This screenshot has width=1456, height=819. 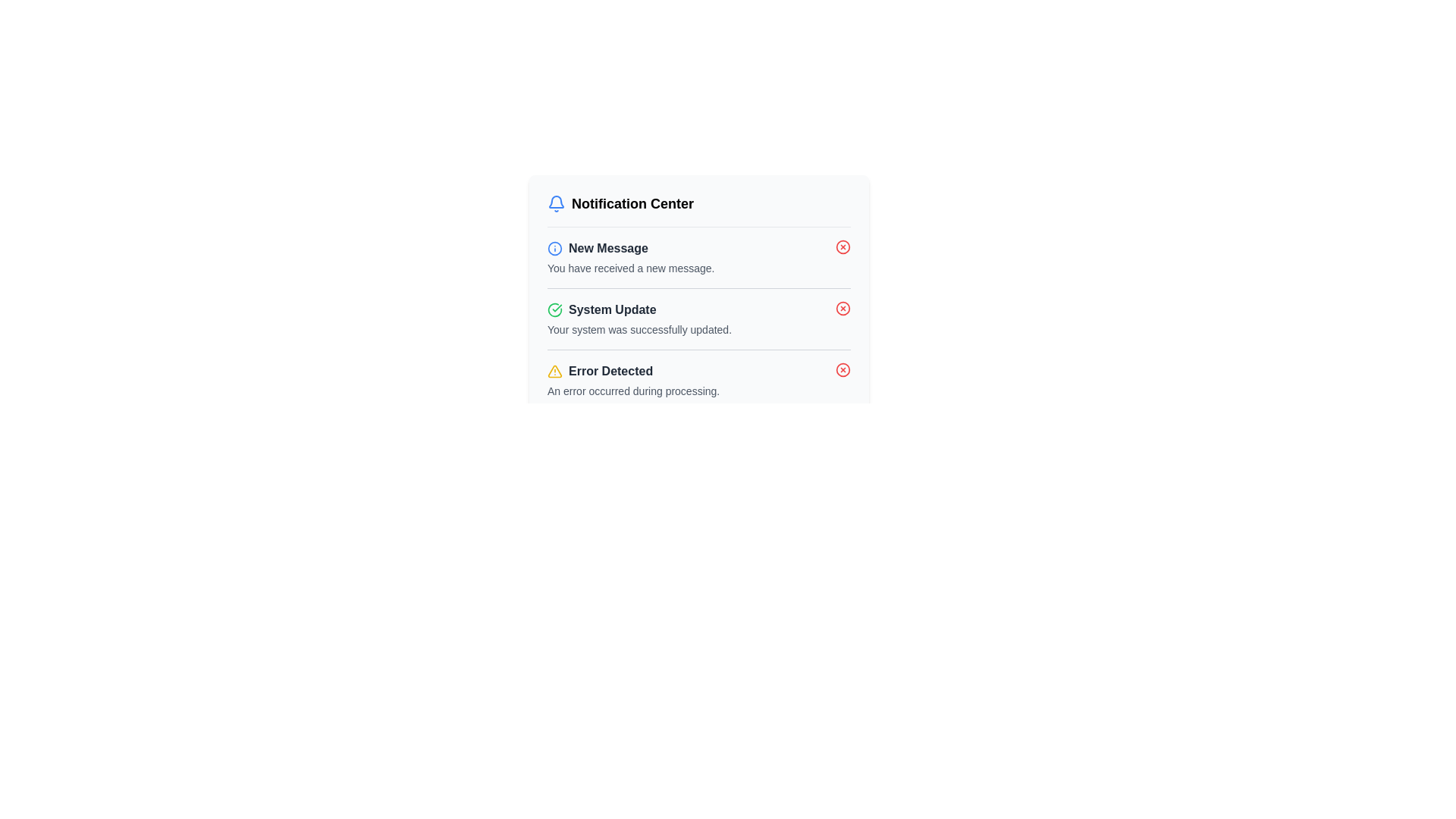 I want to click on the content of the 'New Message' text label, which is bold and dark gray, positioned below the 'Notification Center' heading, so click(x=608, y=247).